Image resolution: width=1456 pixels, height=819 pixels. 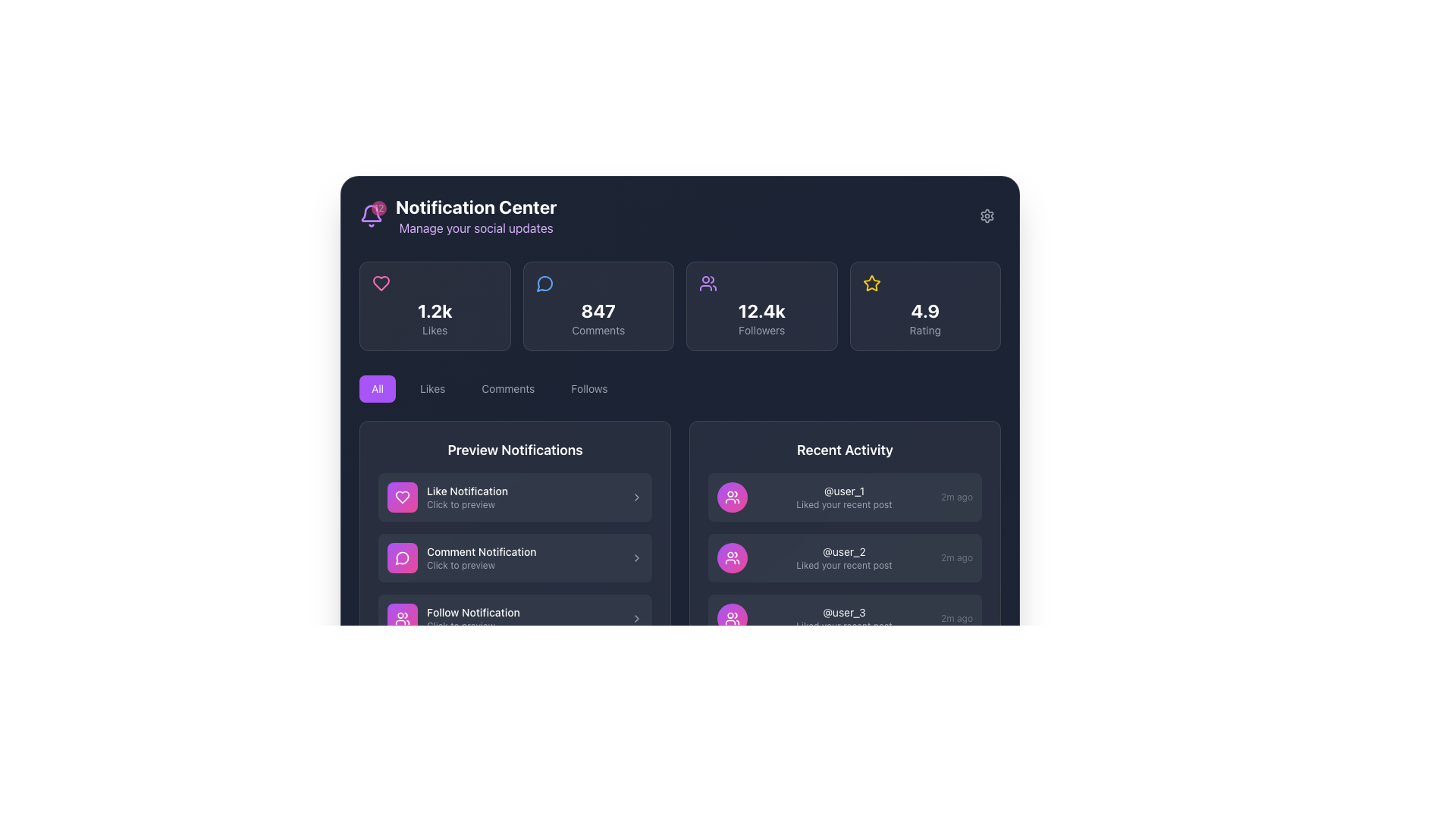 What do you see at coordinates (843, 491) in the screenshot?
I see `text label displaying '@user_1' styled in white within the 'Recent Activity' card` at bounding box center [843, 491].